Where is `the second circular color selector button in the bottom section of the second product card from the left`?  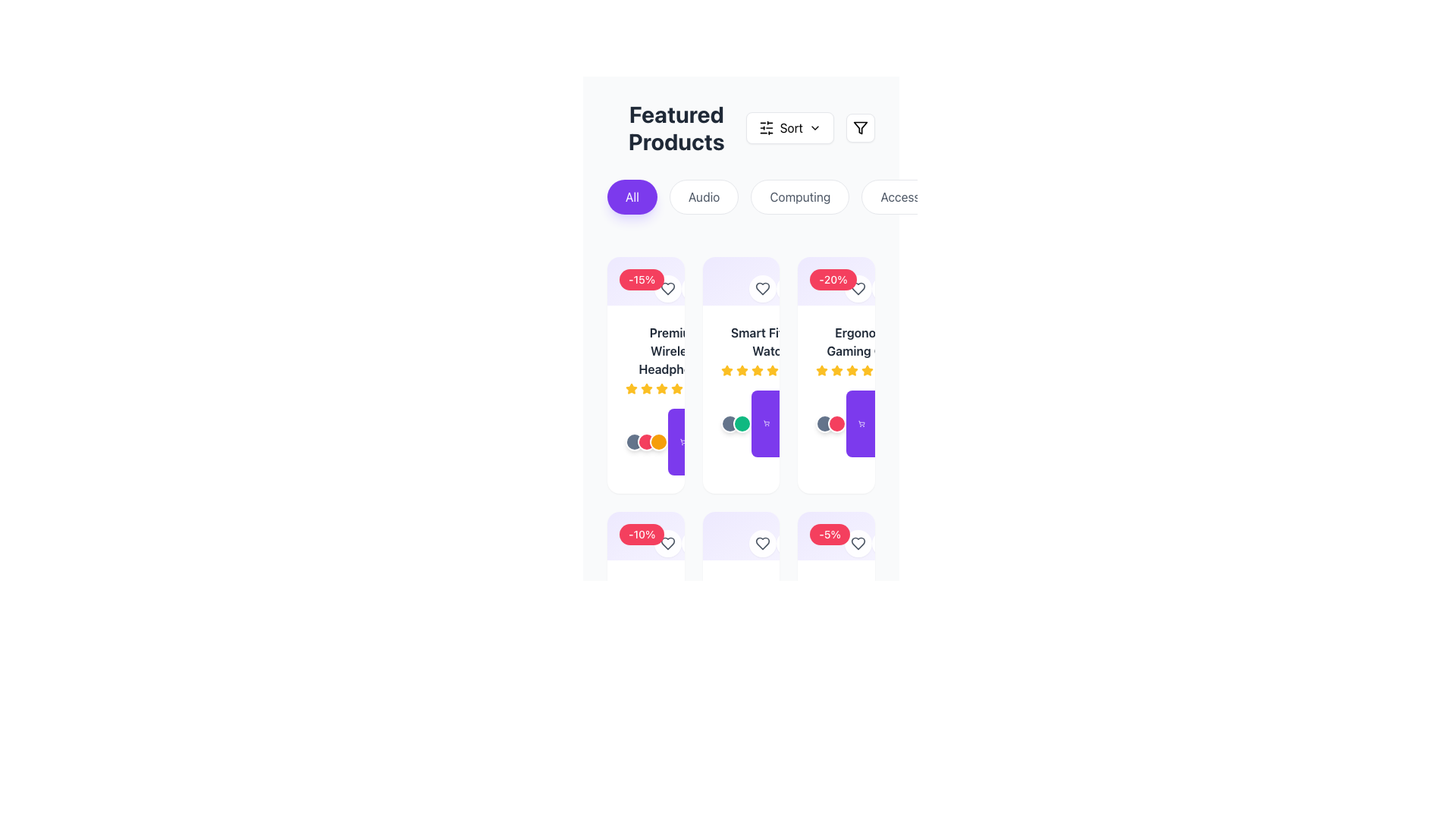 the second circular color selector button in the bottom section of the second product card from the left is located at coordinates (742, 424).